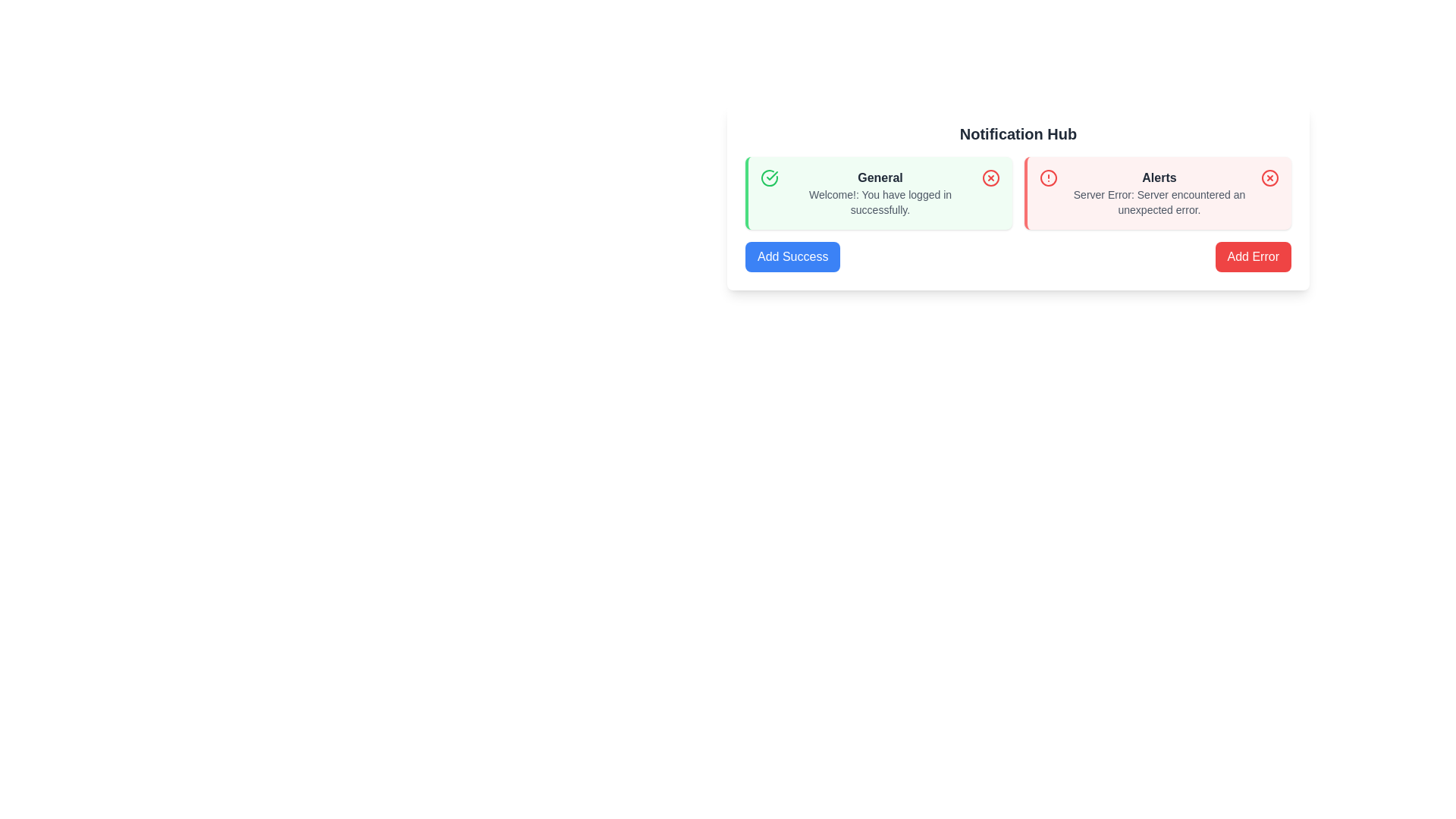 Image resolution: width=1456 pixels, height=819 pixels. I want to click on the success notification box that indicates the user has logged in successfully, located in the upper left corner of the grid layout, so click(878, 192).